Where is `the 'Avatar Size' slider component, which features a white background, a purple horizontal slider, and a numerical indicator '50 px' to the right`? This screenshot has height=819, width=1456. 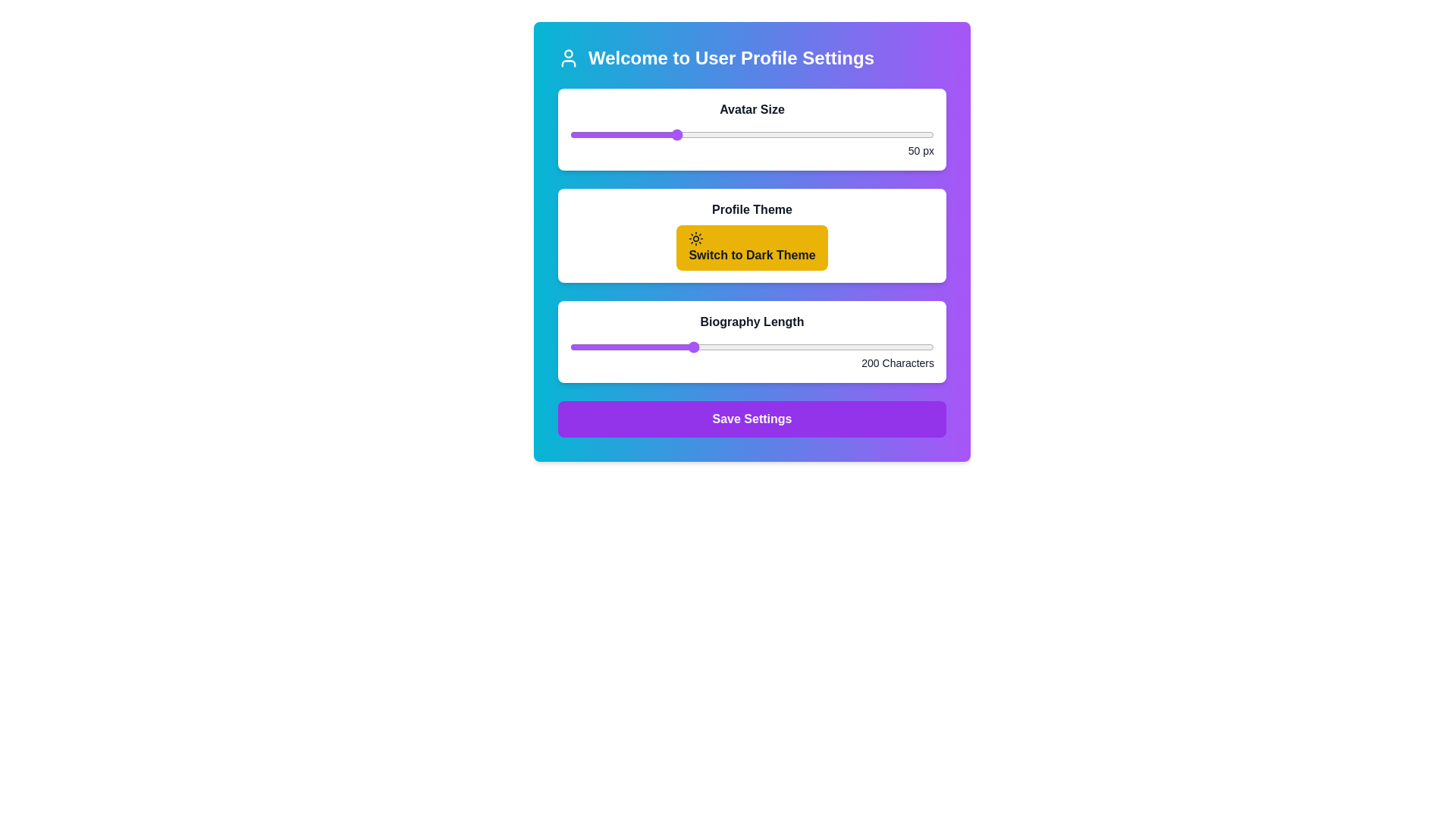 the 'Avatar Size' slider component, which features a white background, a purple horizontal slider, and a numerical indicator '50 px' to the right is located at coordinates (752, 128).